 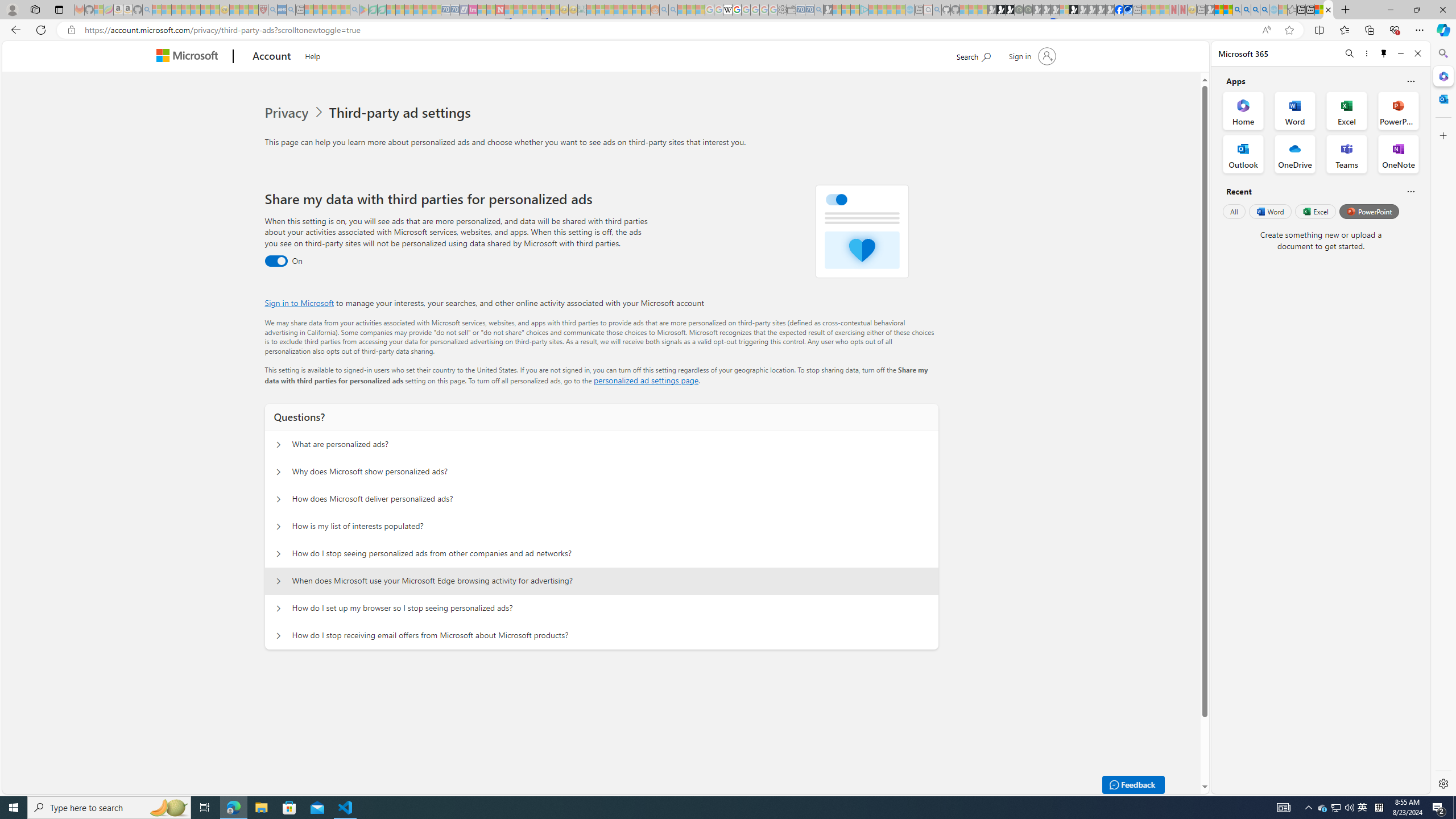 I want to click on 'Nordace | Facebook', so click(x=1118, y=9).